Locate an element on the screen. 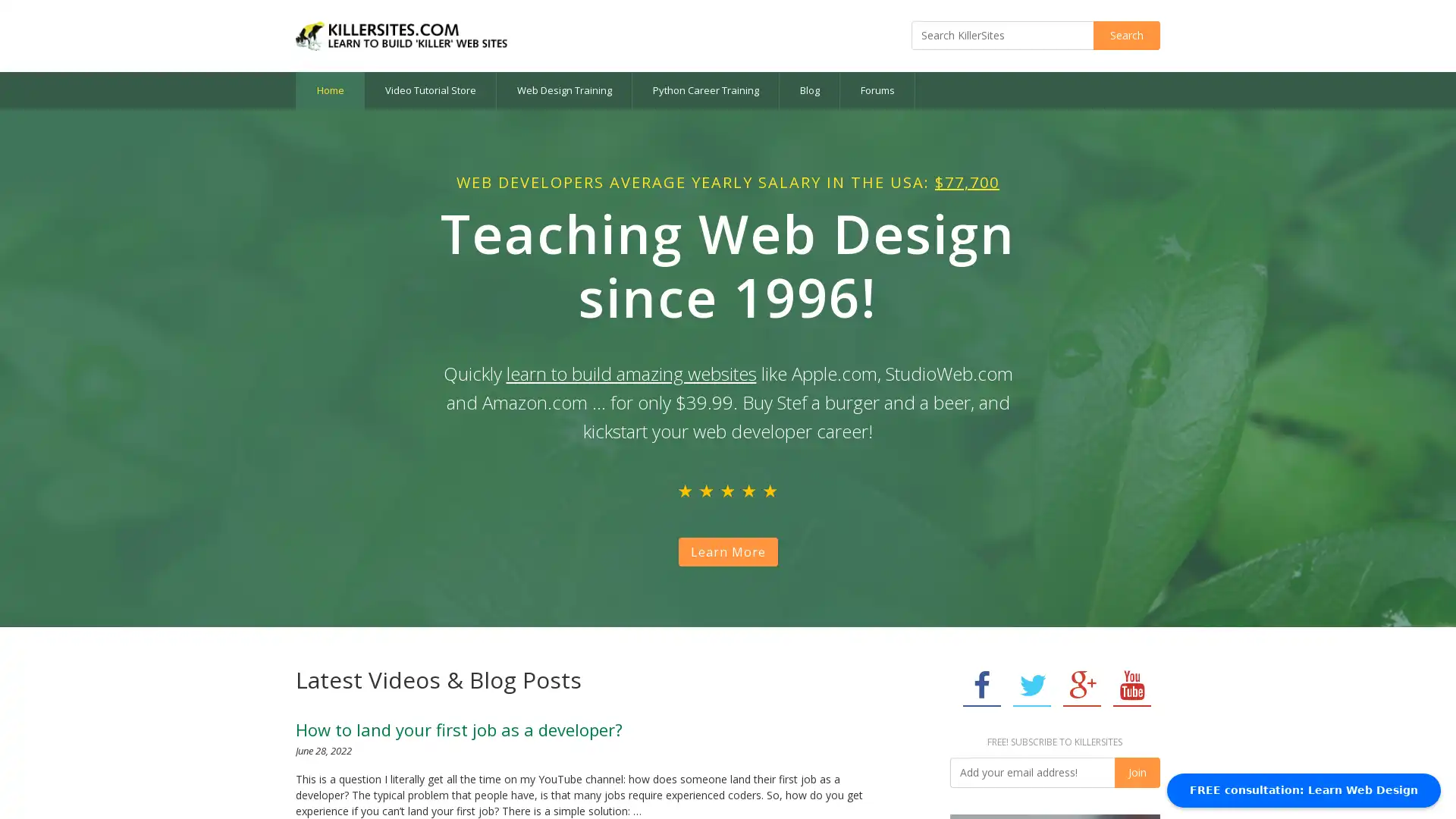 This screenshot has width=1456, height=819. Search is located at coordinates (1127, 34).